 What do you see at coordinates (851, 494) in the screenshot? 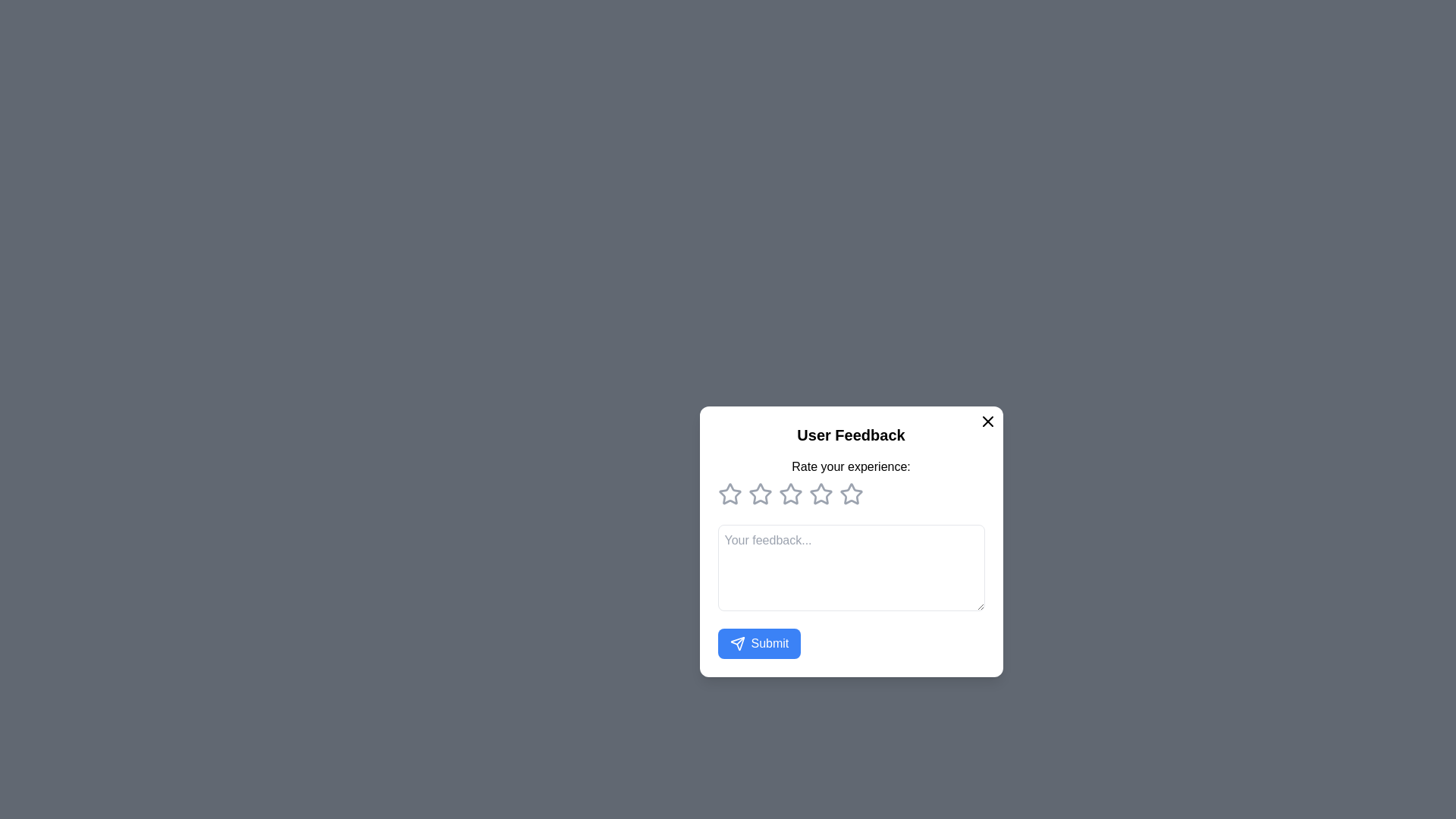
I see `the fifth interactive rating star icon in the feedback modal for customization` at bounding box center [851, 494].